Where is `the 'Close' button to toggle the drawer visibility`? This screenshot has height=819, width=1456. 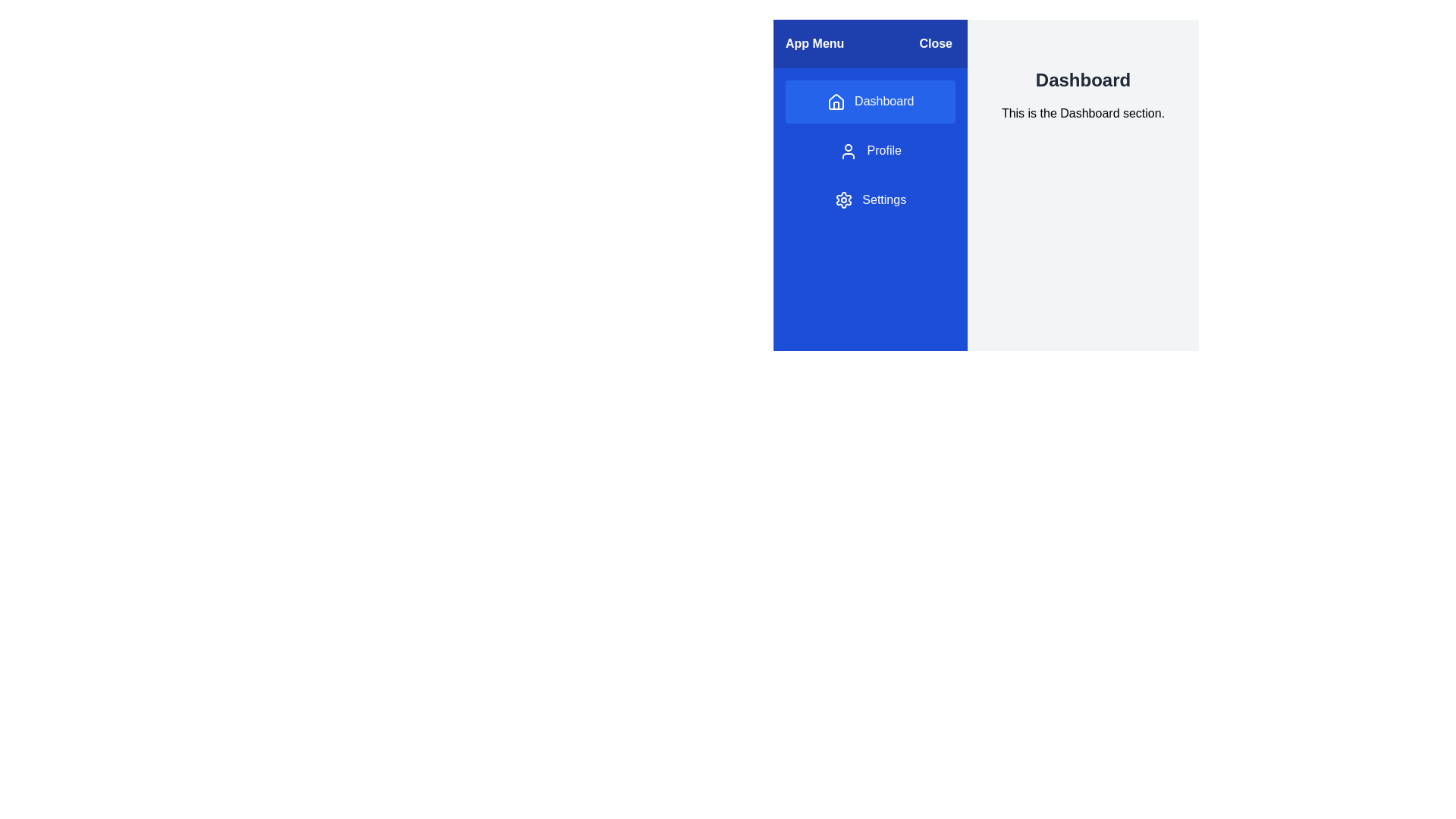 the 'Close' button to toggle the drawer visibility is located at coordinates (934, 42).